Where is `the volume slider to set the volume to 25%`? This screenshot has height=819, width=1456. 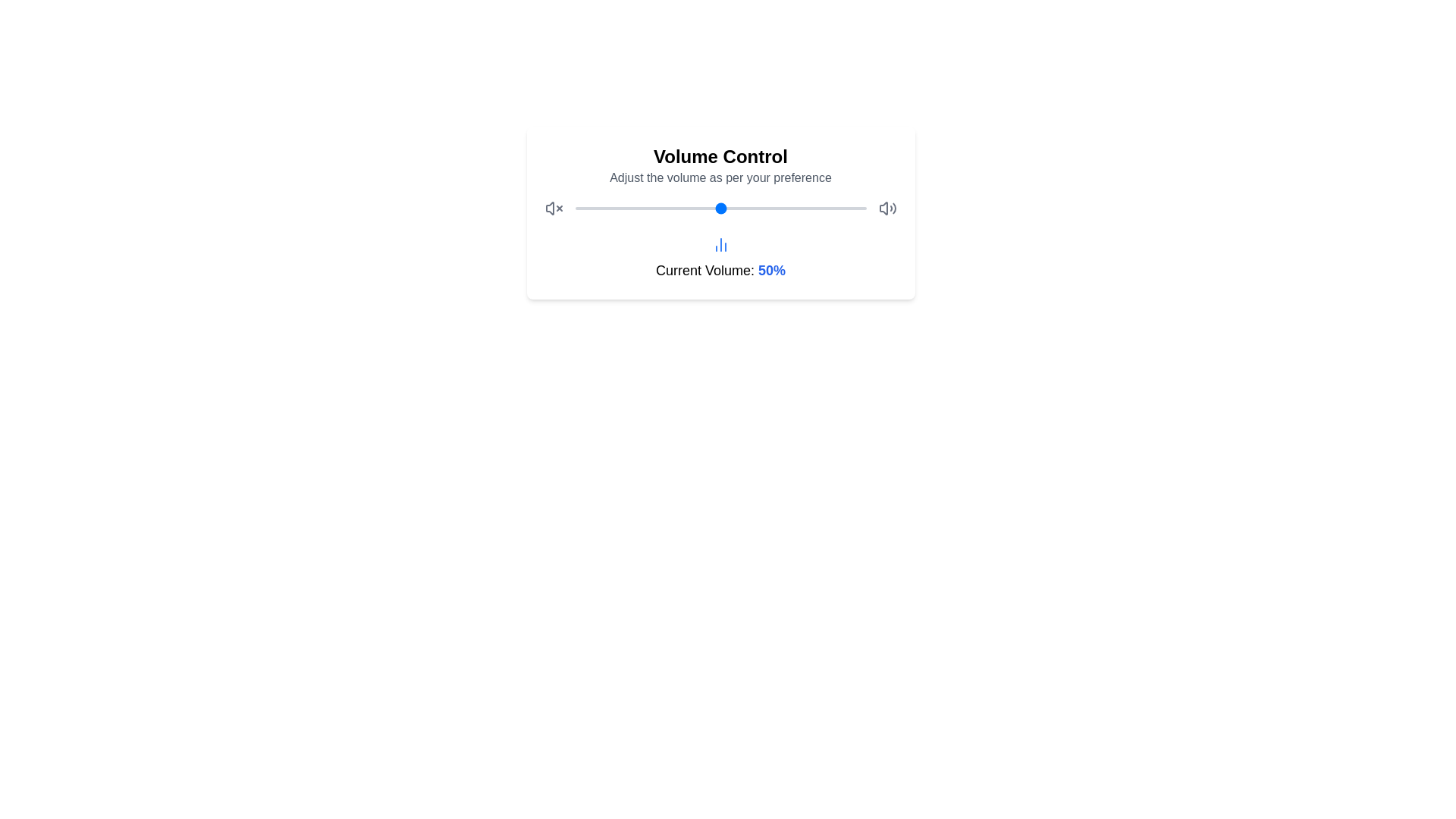
the volume slider to set the volume to 25% is located at coordinates (648, 208).